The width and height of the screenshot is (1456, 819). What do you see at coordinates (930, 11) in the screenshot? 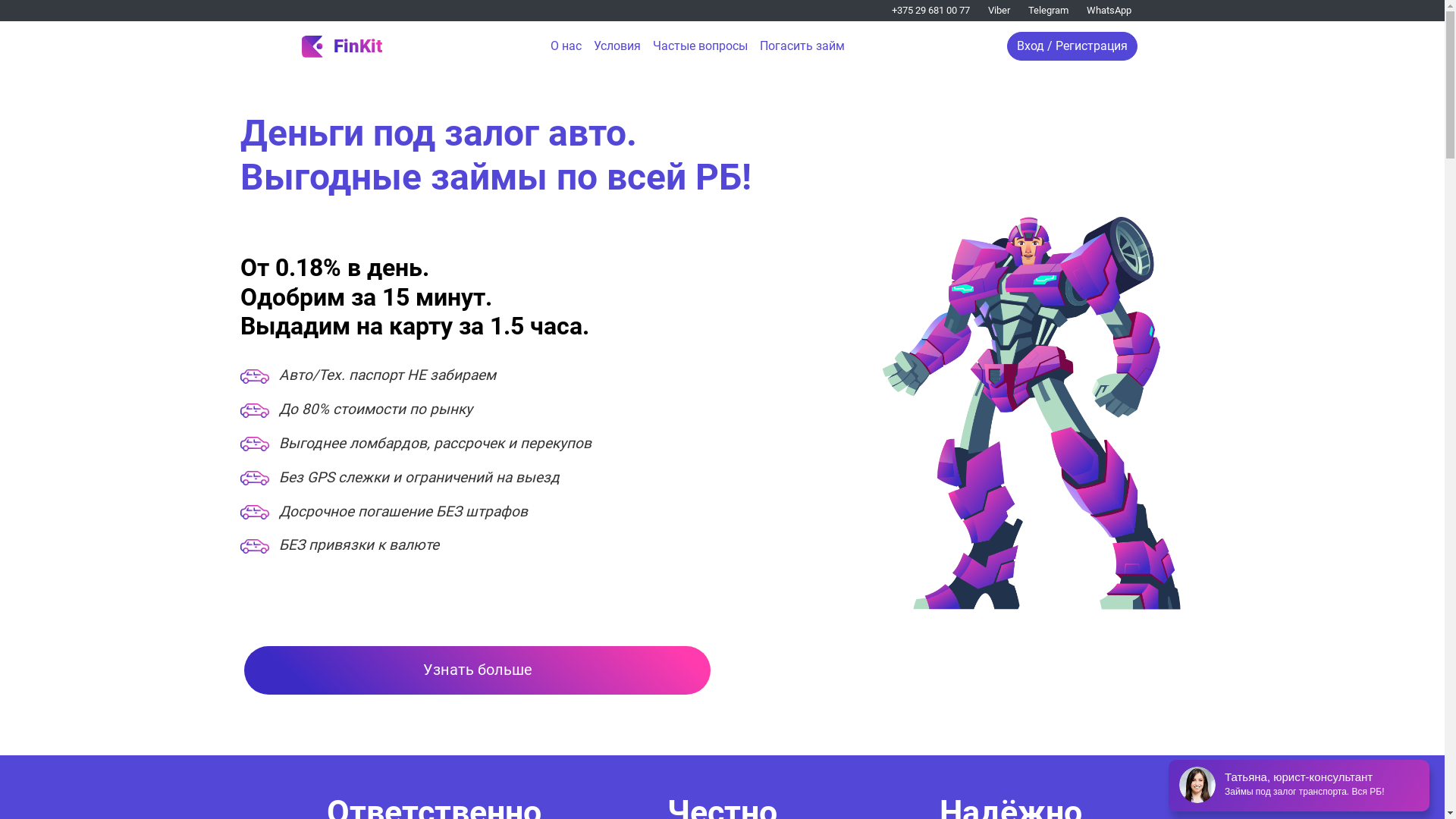
I see `'+375 29 681 00 77'` at bounding box center [930, 11].